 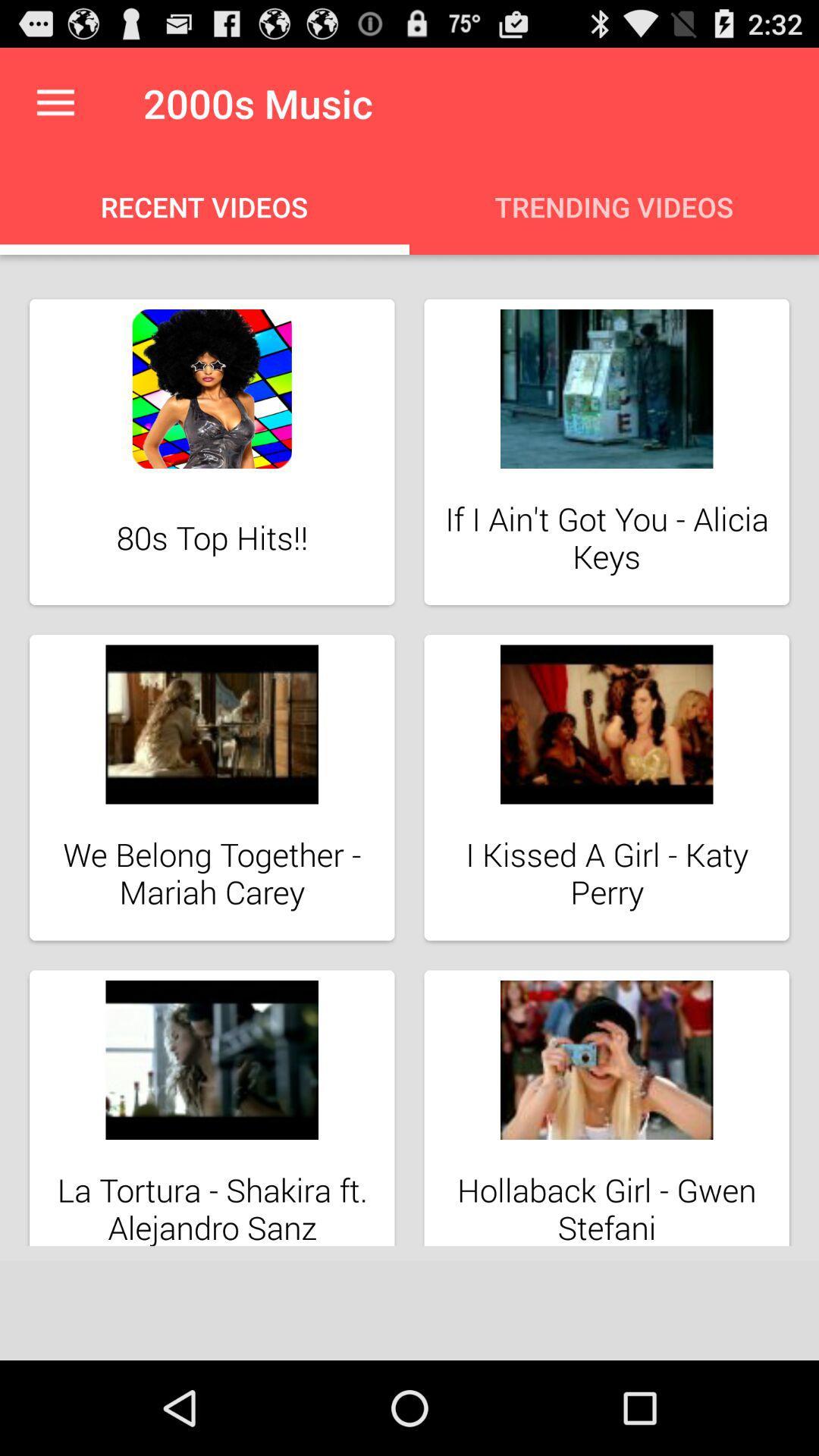 I want to click on the second image on right, so click(x=606, y=787).